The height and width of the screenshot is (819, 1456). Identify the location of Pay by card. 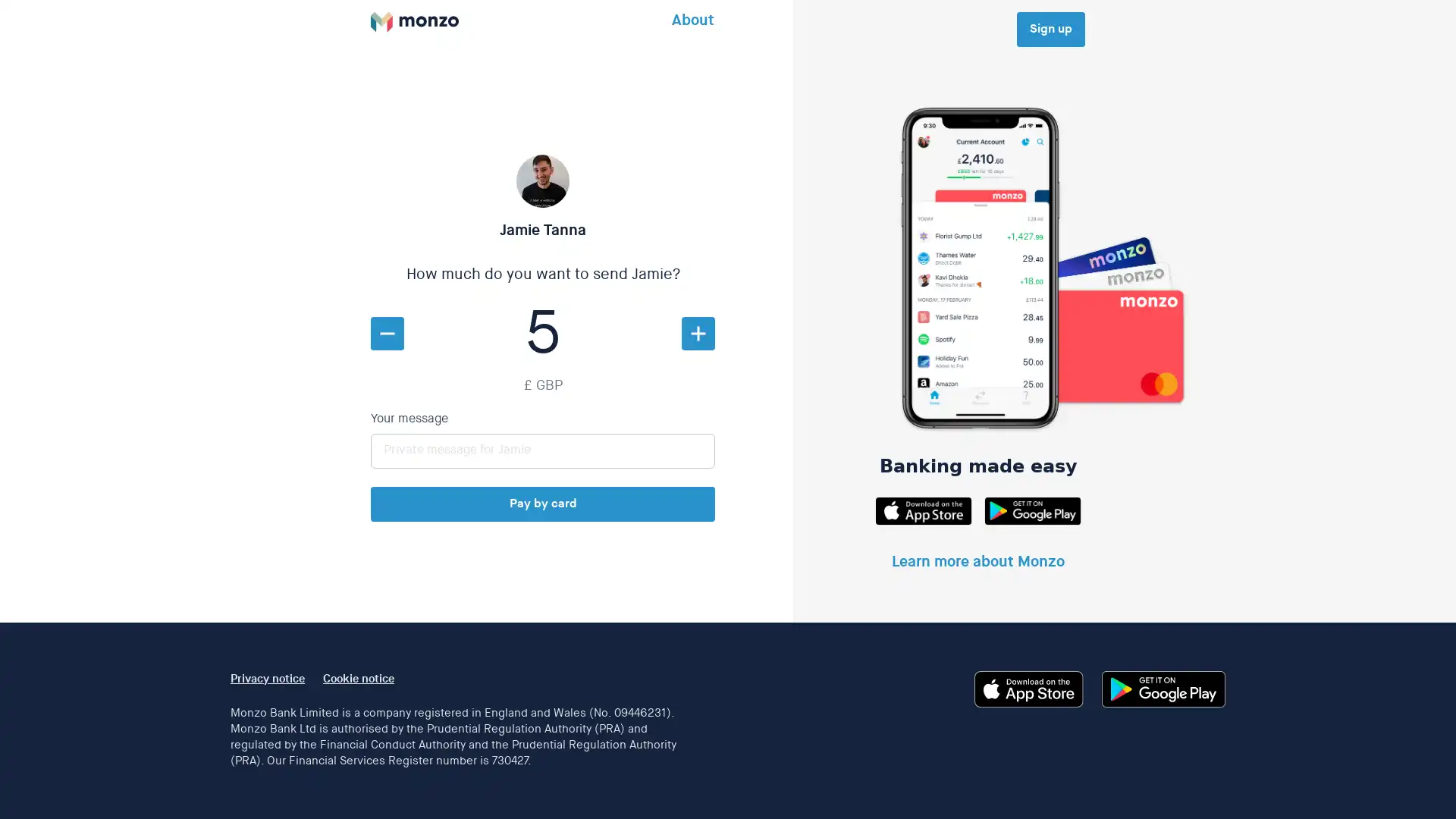
(542, 503).